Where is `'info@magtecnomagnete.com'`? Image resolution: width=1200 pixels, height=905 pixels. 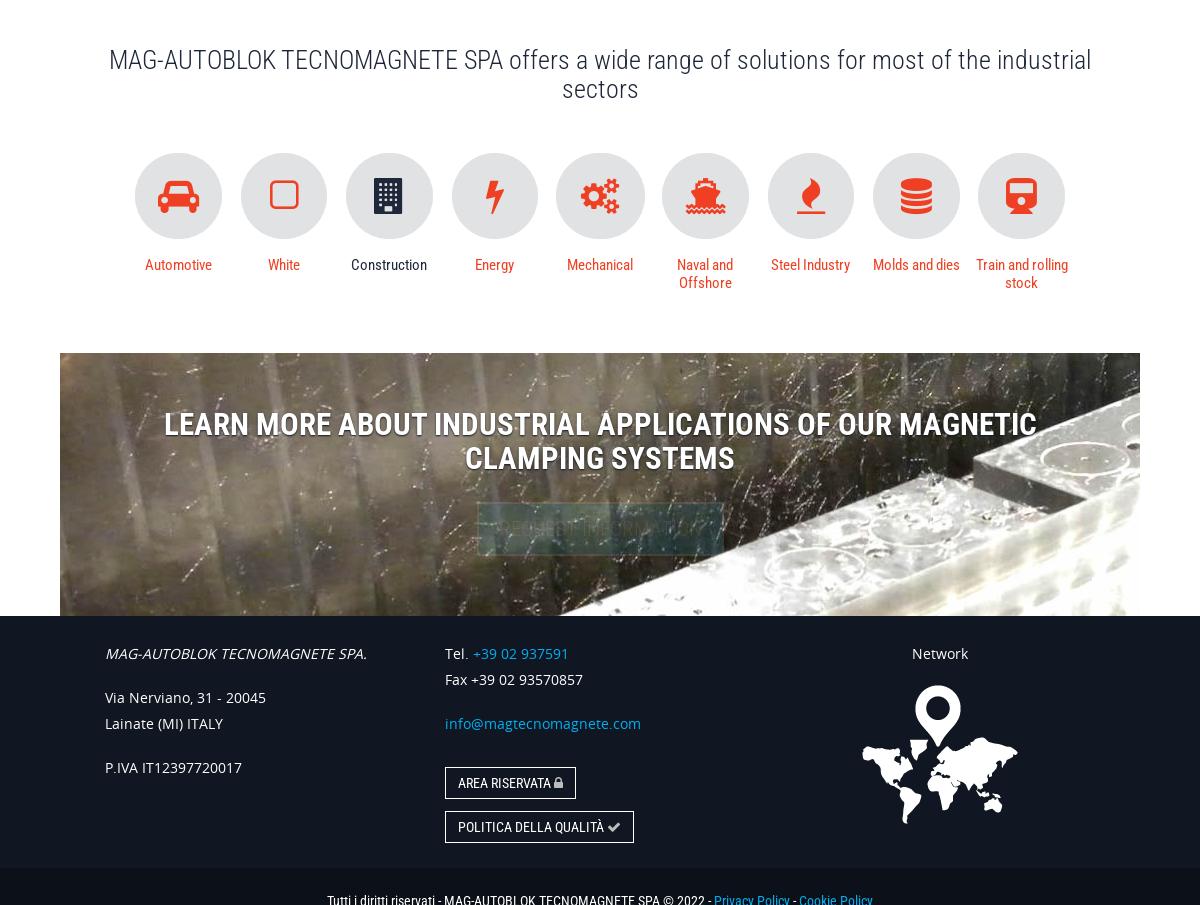
'info@magtecnomagnete.com' is located at coordinates (542, 721).